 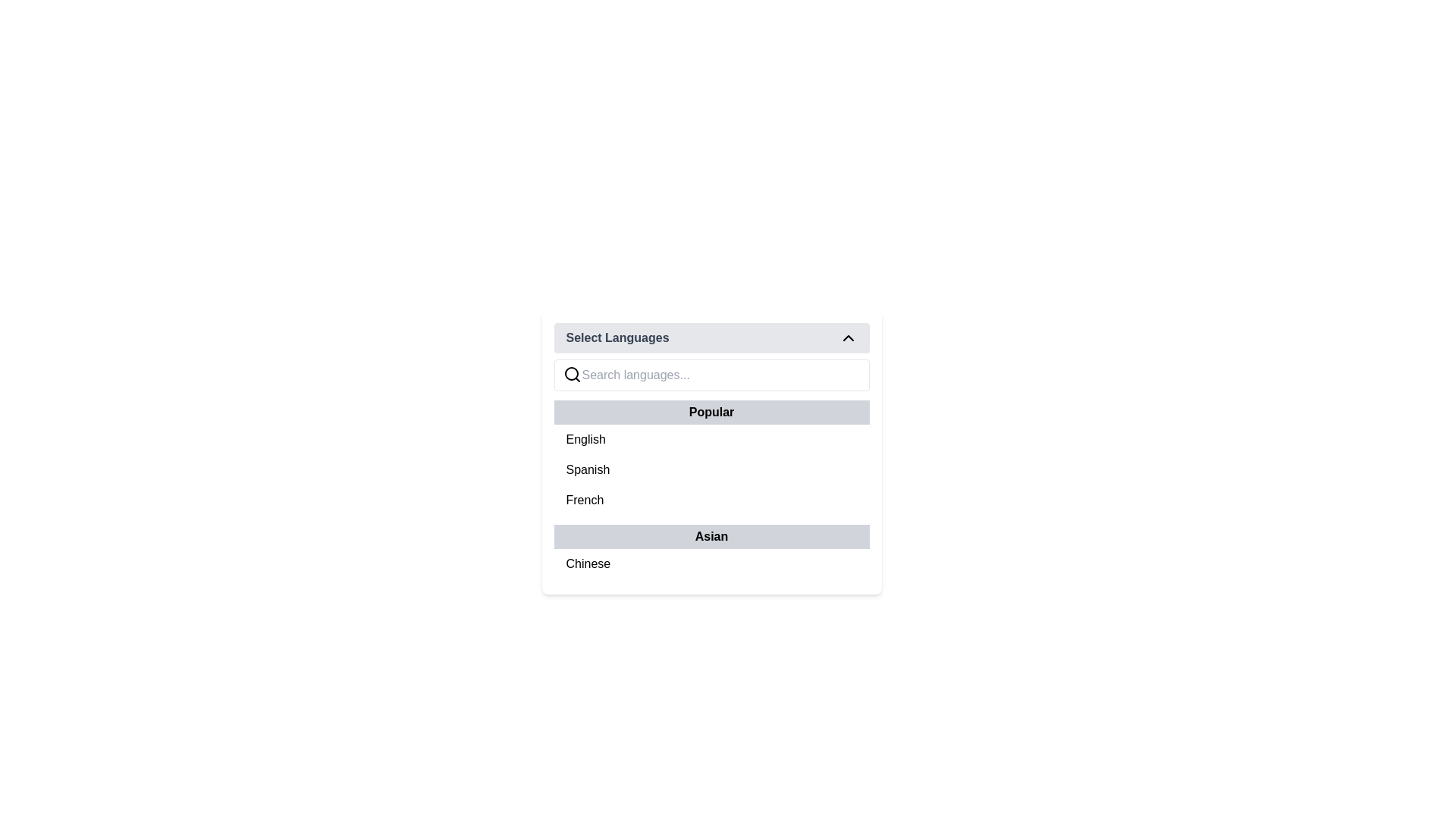 I want to click on the 'English' text label in the language selection dropdown menu, which is the first entry under the 'Popular' category, so click(x=585, y=439).